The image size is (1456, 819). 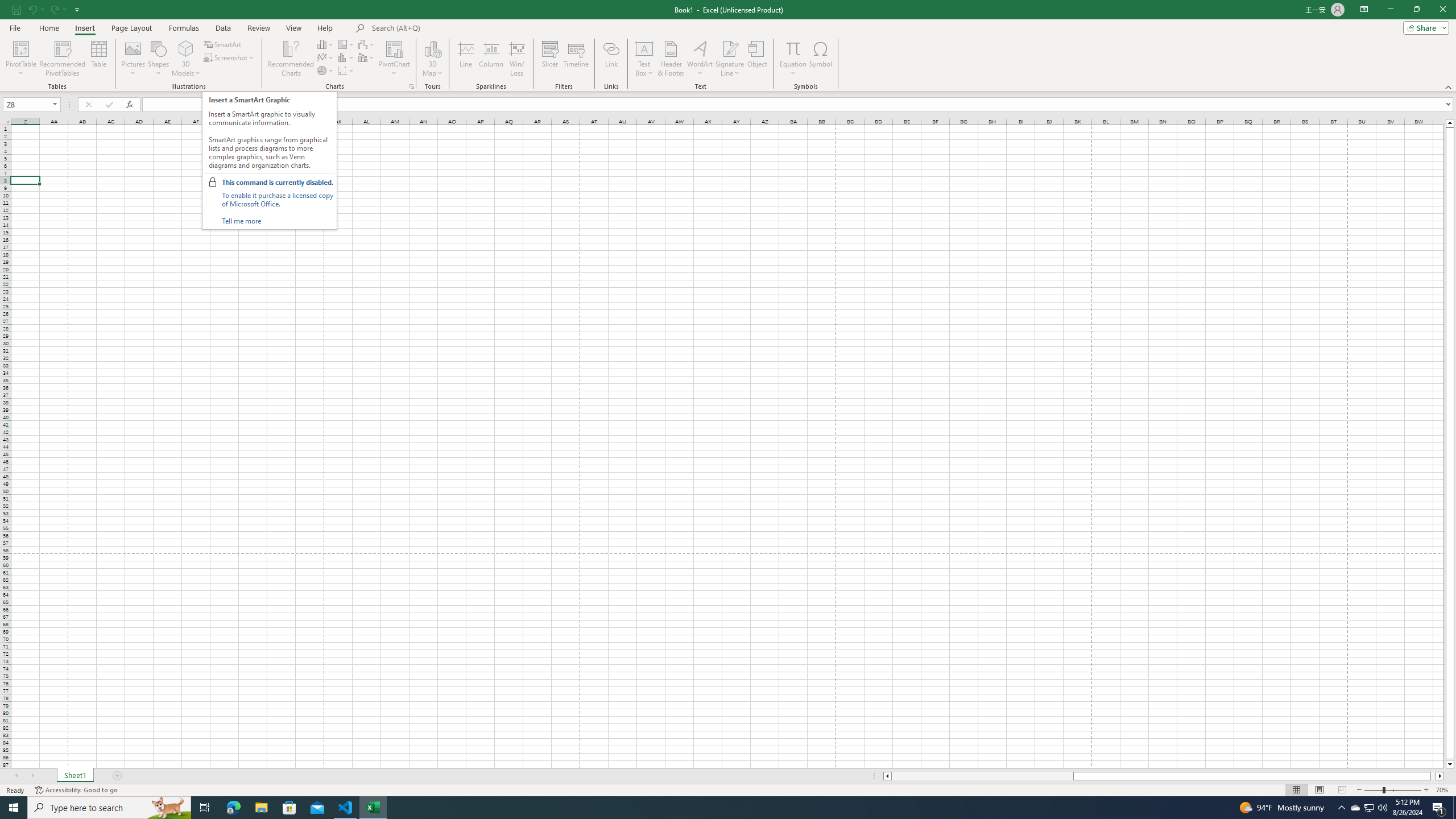 I want to click on 'PivotTable', so click(x=20, y=59).